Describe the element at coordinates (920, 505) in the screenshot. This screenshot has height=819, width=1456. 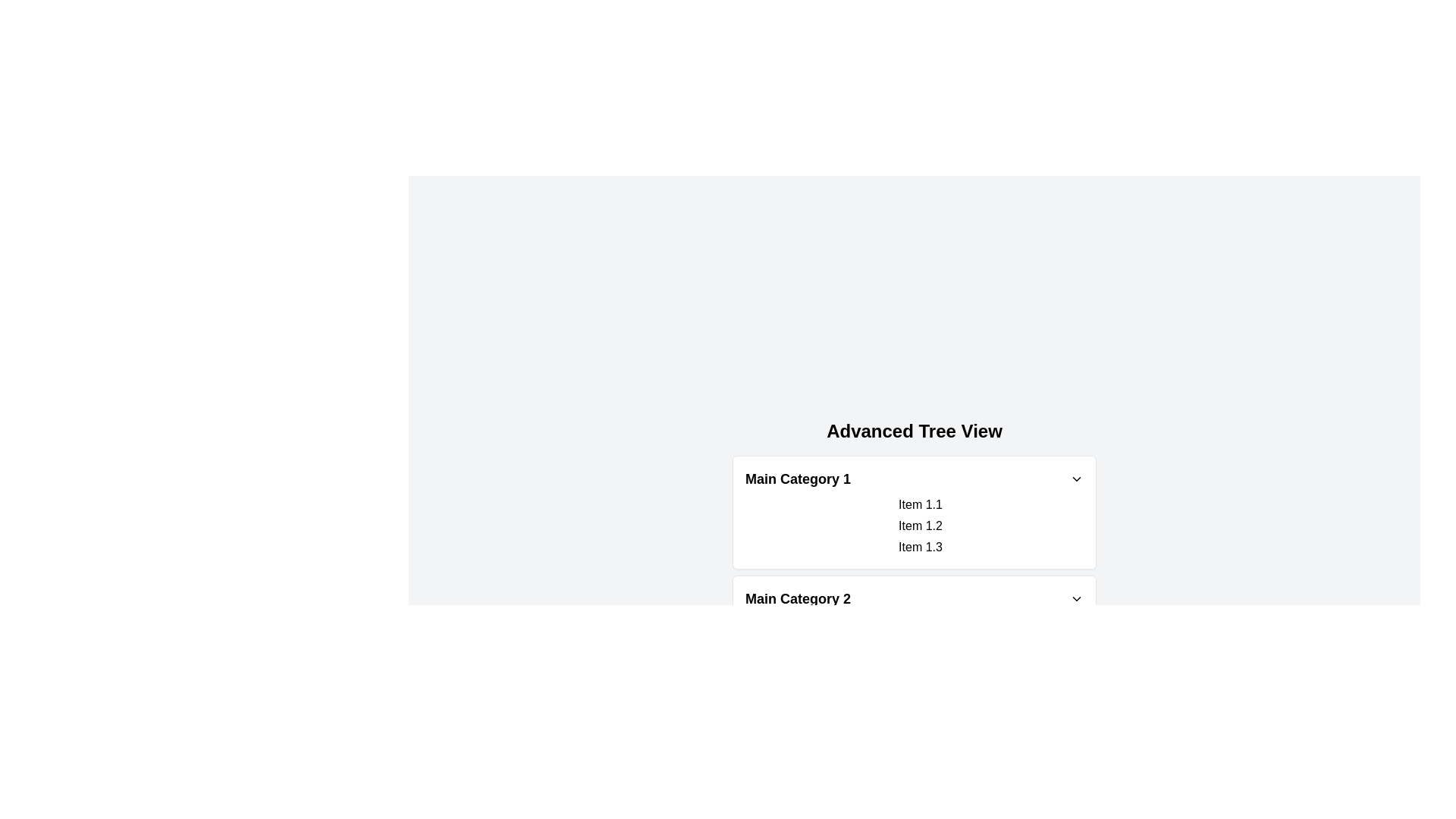
I see `the first selectable item in the dropdown list of 'Main Category 1', located above 'Item 1.2' and 'Item 1.3'` at that location.